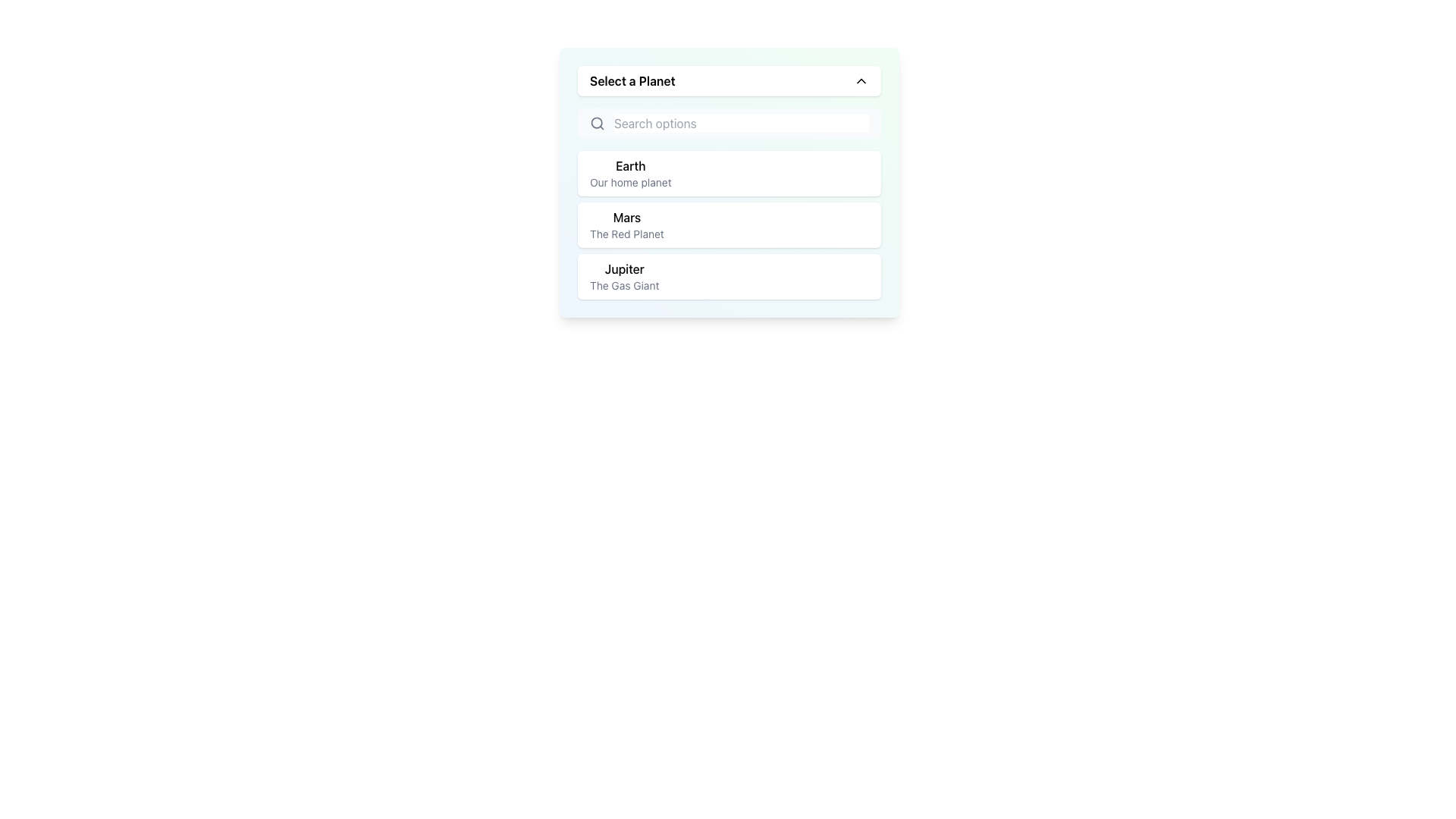 The height and width of the screenshot is (819, 1456). I want to click on the selectable list item styled as a button representing the planet Mars, so click(729, 225).